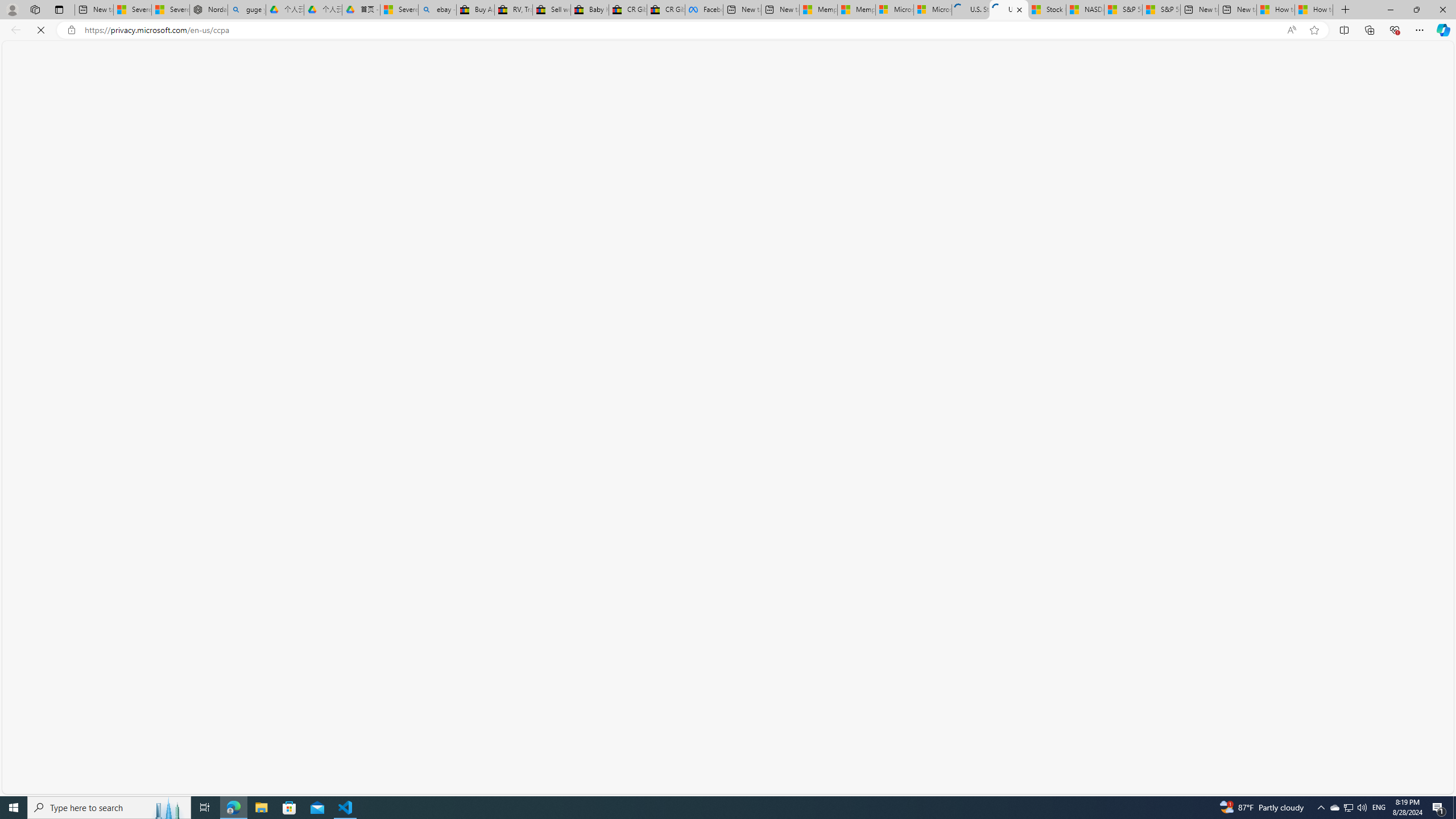 This screenshot has width=1456, height=819. What do you see at coordinates (1161, 9) in the screenshot?
I see `'S&P 500, Nasdaq end lower, weighed by Nvidia dip | Watch'` at bounding box center [1161, 9].